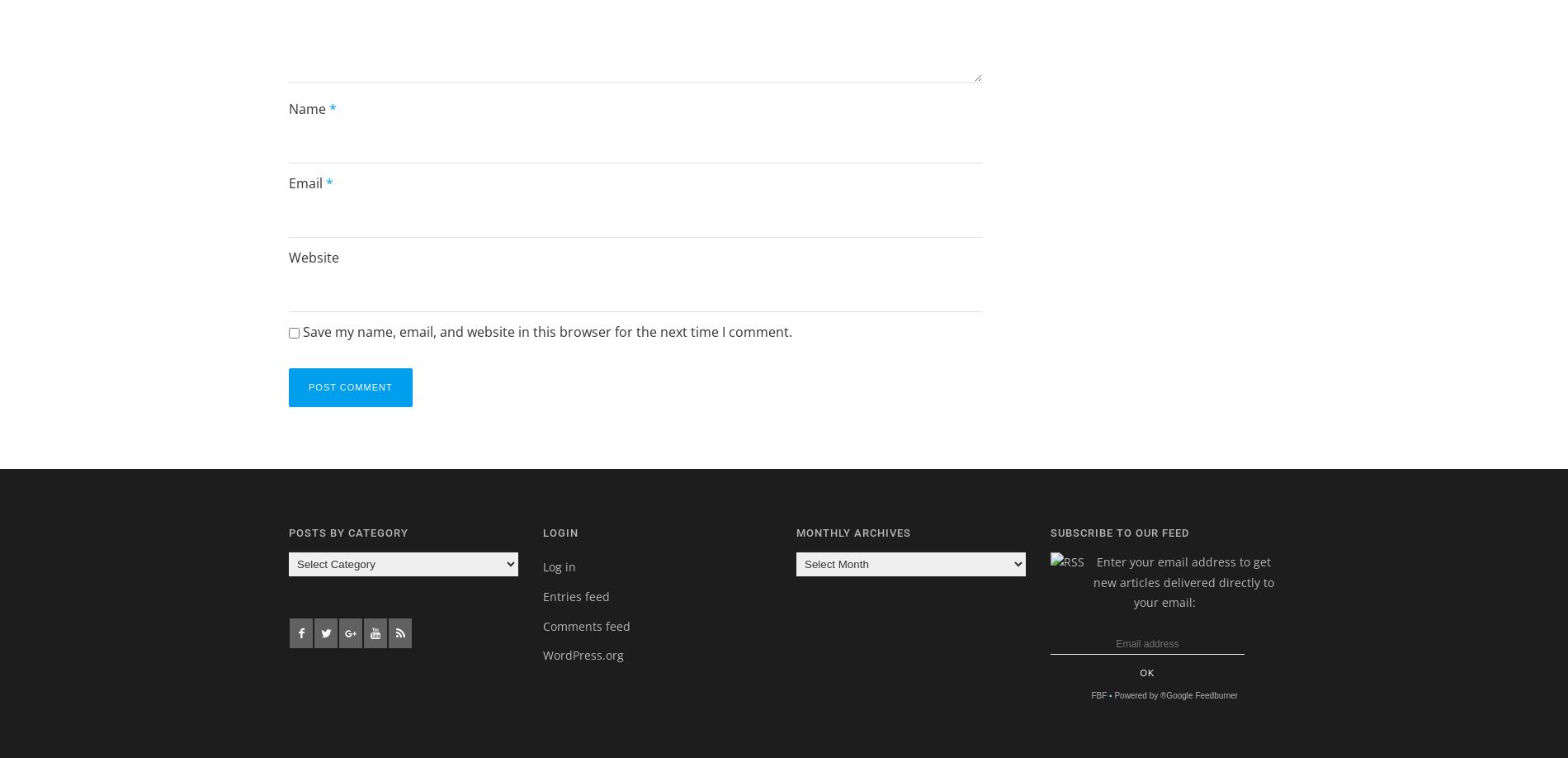 The image size is (1568, 758). Describe the element at coordinates (558, 566) in the screenshot. I see `'Log in'` at that location.